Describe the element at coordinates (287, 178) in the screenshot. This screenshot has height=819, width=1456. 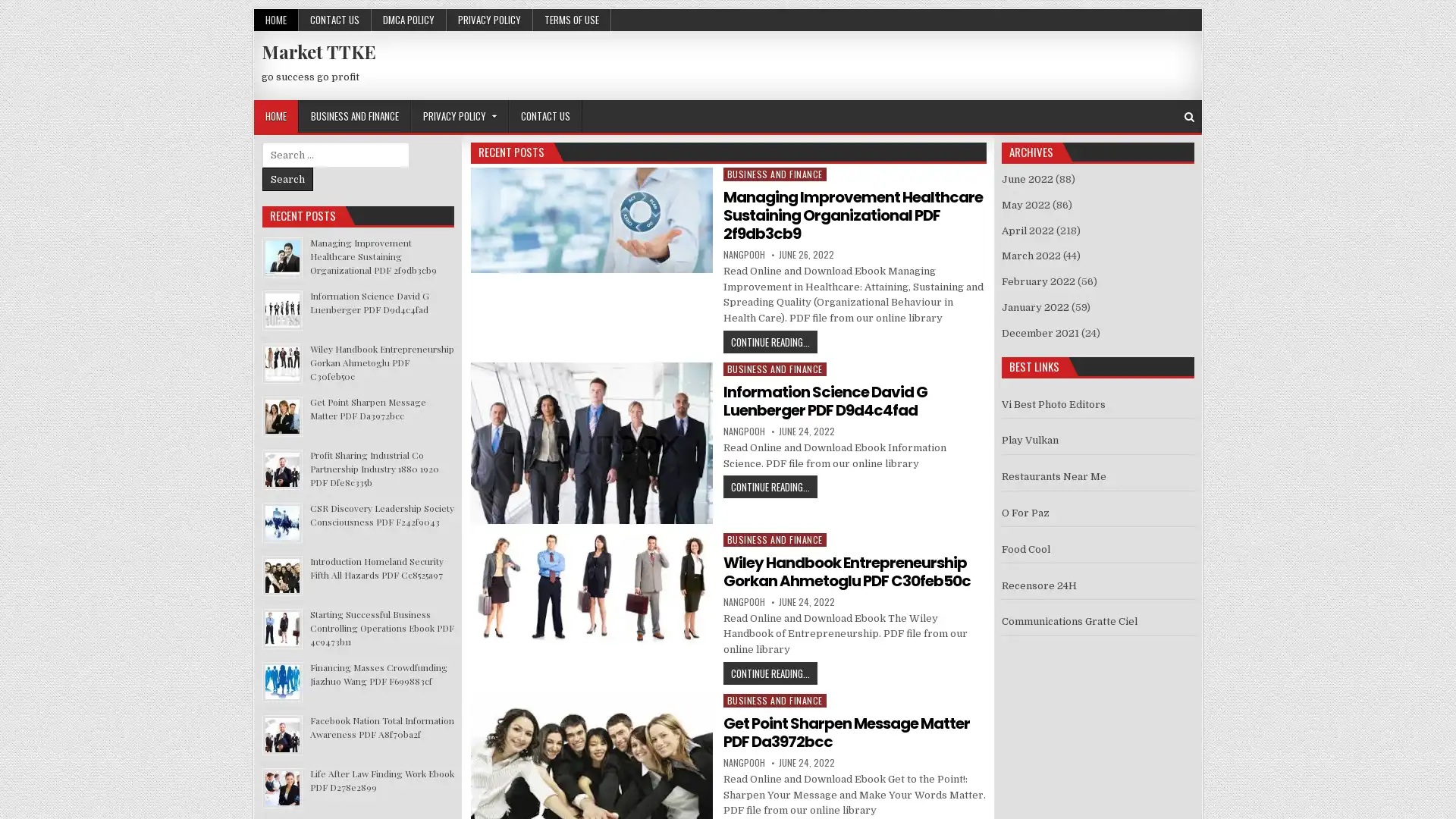
I see `Search` at that location.